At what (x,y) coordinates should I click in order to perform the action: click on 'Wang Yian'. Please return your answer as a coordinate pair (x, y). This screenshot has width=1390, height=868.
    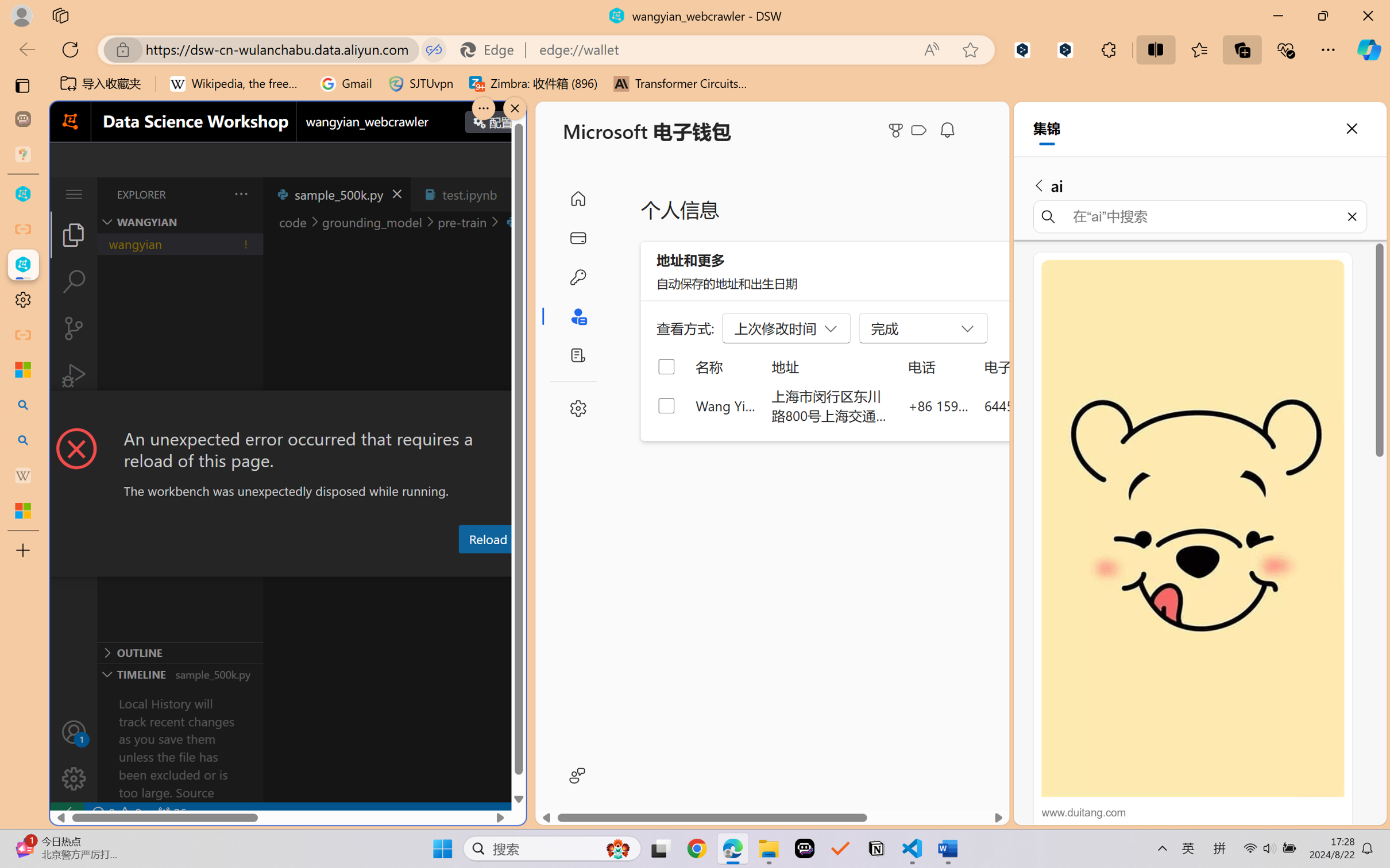
    Looking at the image, I should click on (725, 405).